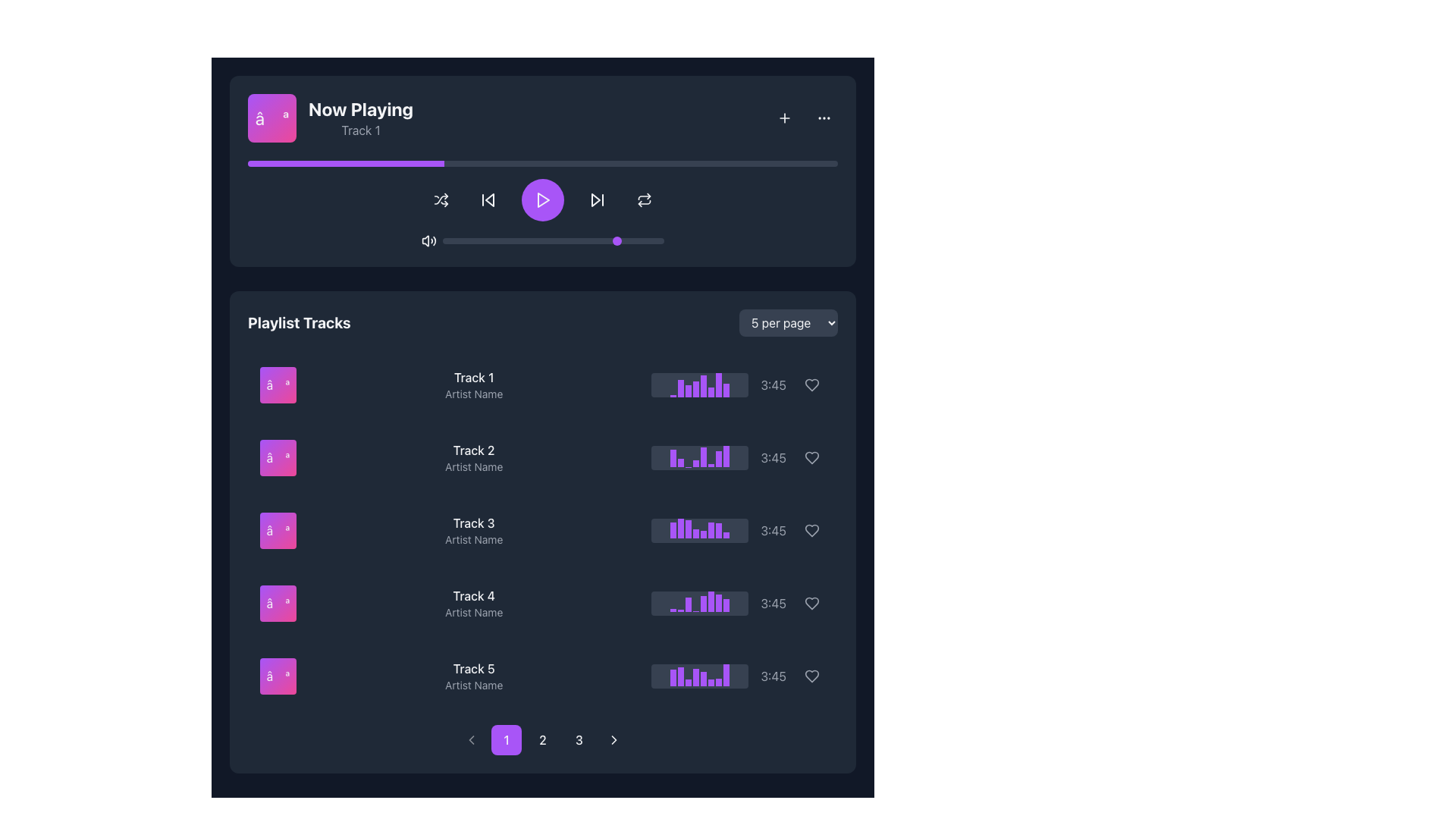  I want to click on the heart icon located next to the duration information in the 'Playlist Tracks' section for 'Track 2' to receive visual feedback, so click(811, 457).